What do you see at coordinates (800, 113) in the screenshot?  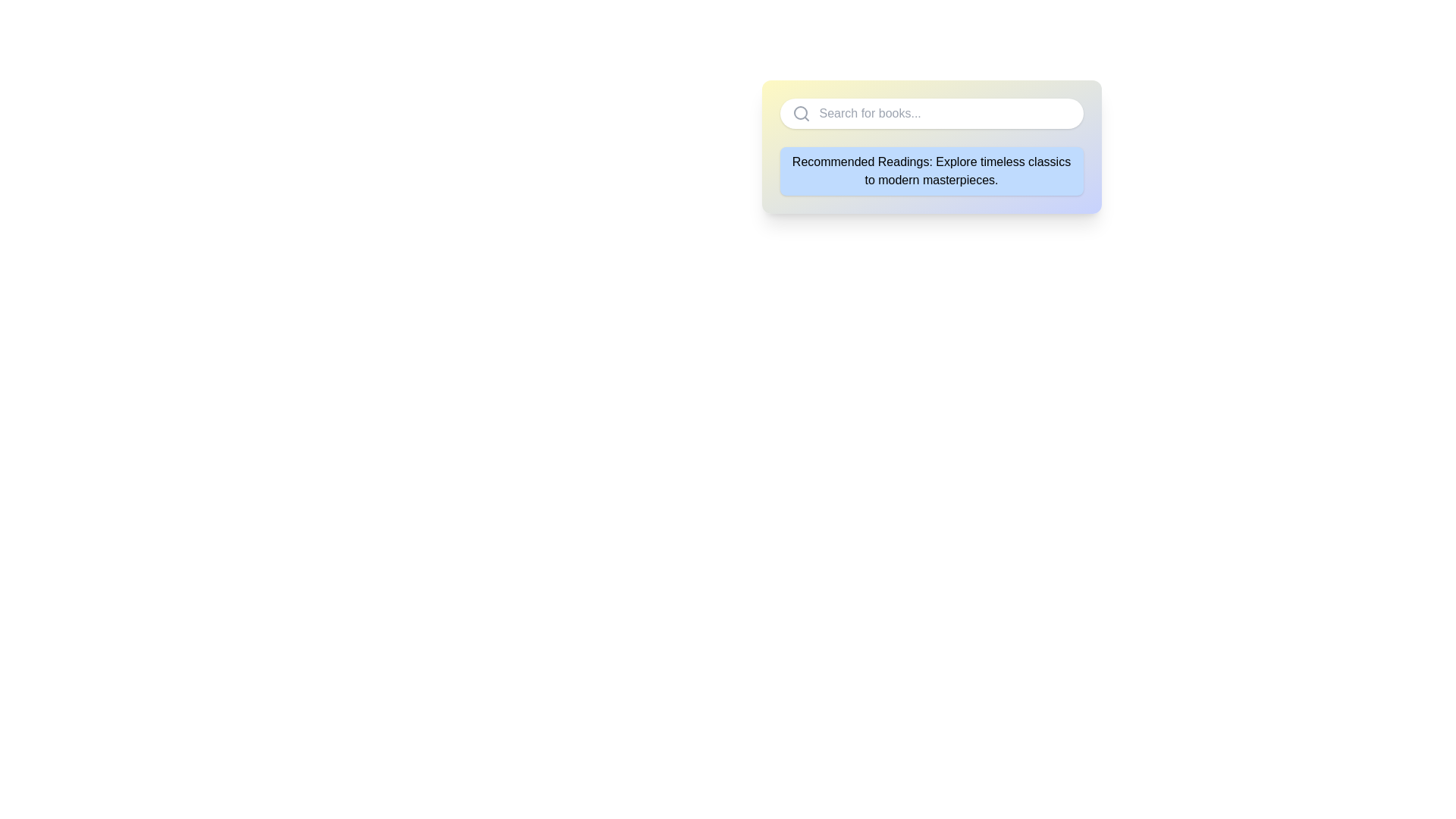 I see `the magnifying glass icon located at the leftmost edge of the horizontal search input bar to initiate a search` at bounding box center [800, 113].